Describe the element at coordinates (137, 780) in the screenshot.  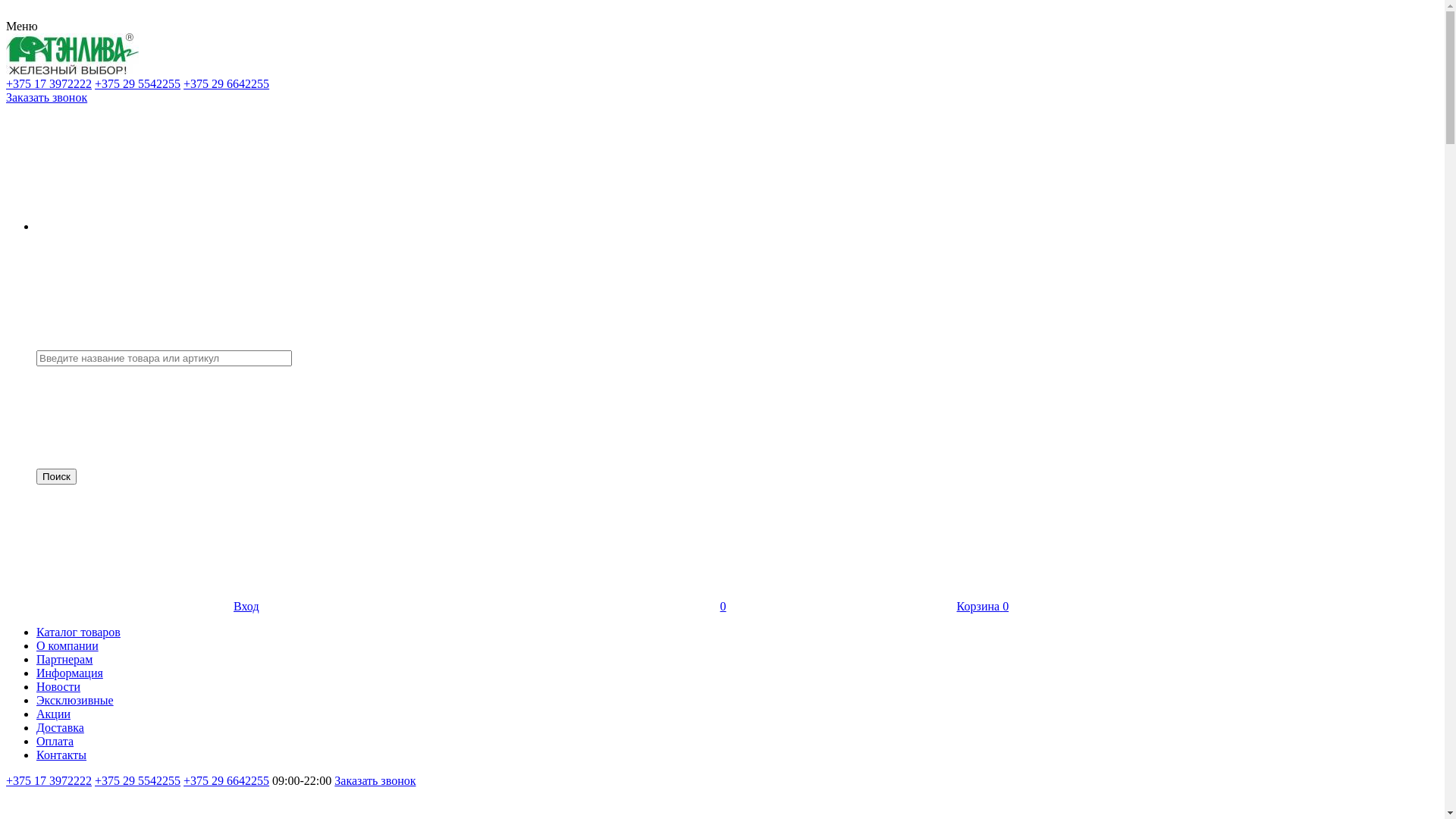
I see `'+375 29 5542255'` at that location.